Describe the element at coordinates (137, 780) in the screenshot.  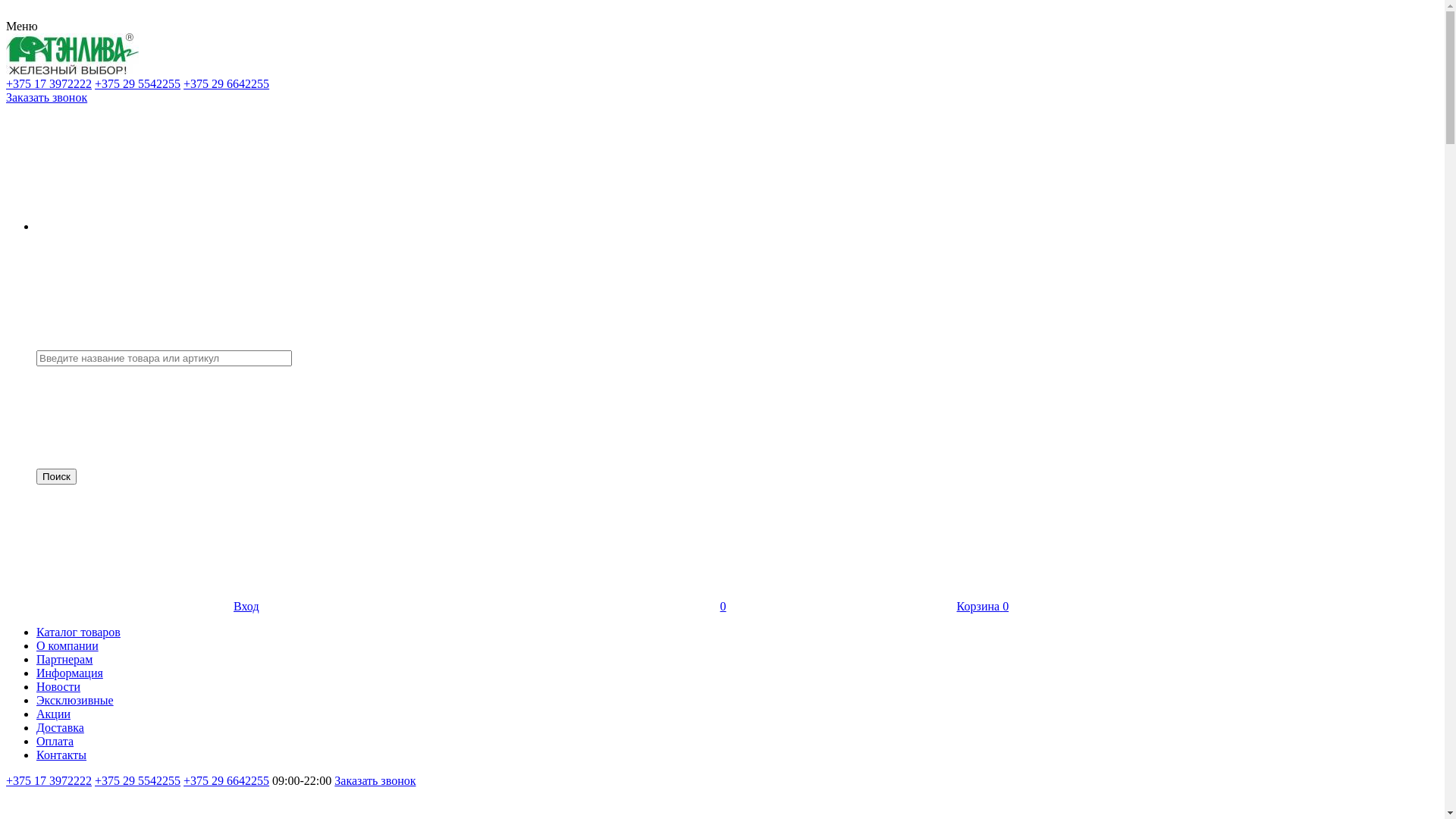
I see `'+375 29 5542255'` at that location.